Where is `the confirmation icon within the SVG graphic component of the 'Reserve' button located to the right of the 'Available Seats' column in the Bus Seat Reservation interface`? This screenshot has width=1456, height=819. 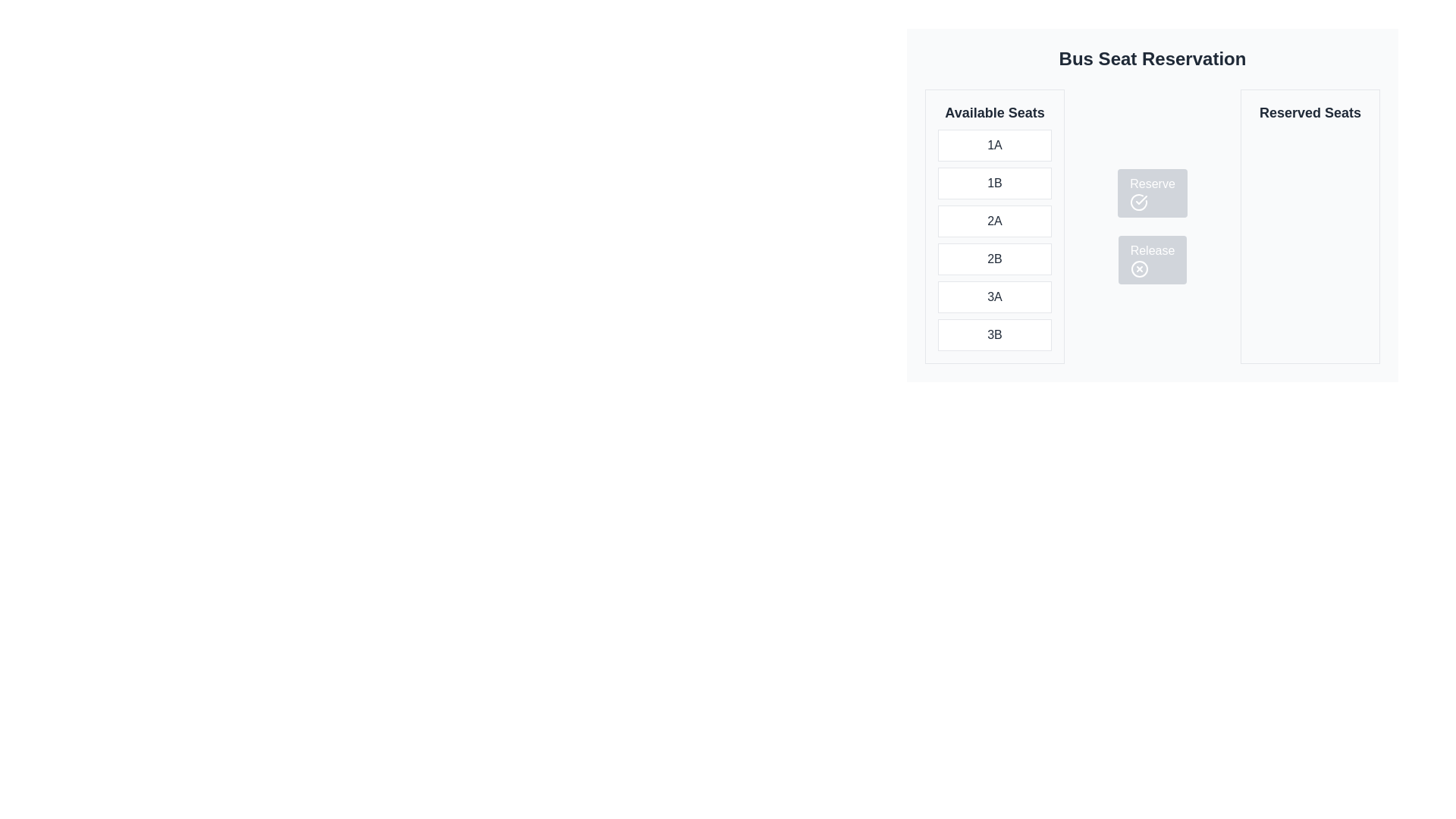 the confirmation icon within the SVG graphic component of the 'Reserve' button located to the right of the 'Available Seats' column in the Bus Seat Reservation interface is located at coordinates (1141, 199).